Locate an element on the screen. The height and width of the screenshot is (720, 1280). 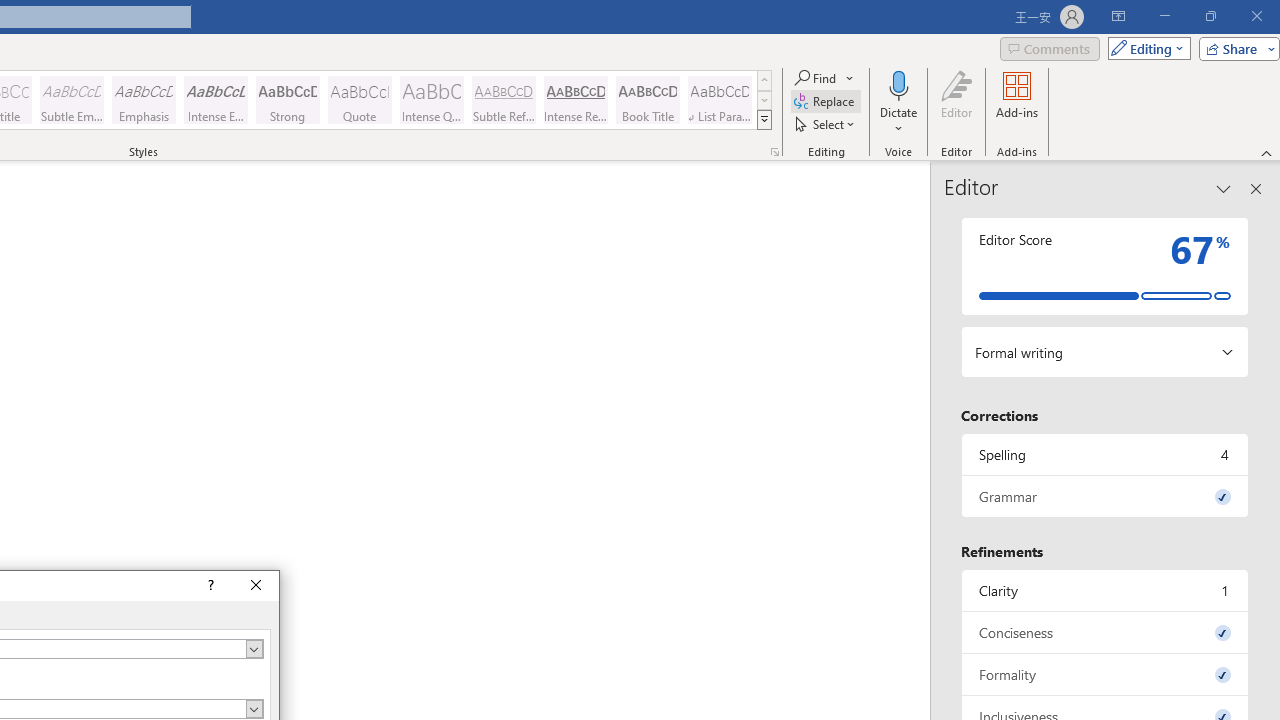
'Editor Score 67%' is located at coordinates (1104, 265).